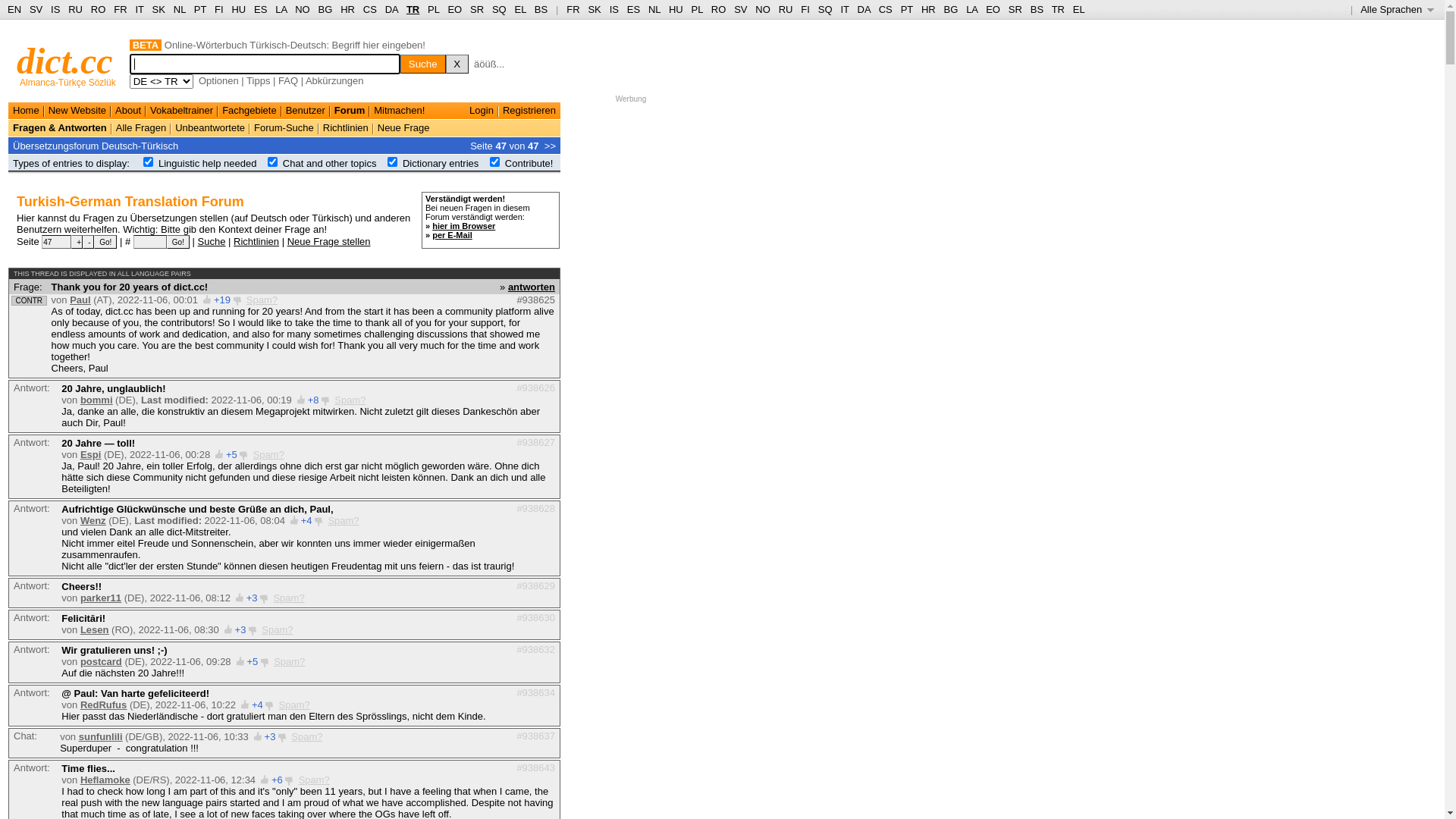 The image size is (1456, 819). Describe the element at coordinates (328, 240) in the screenshot. I see `'Neue Frage stellen'` at that location.